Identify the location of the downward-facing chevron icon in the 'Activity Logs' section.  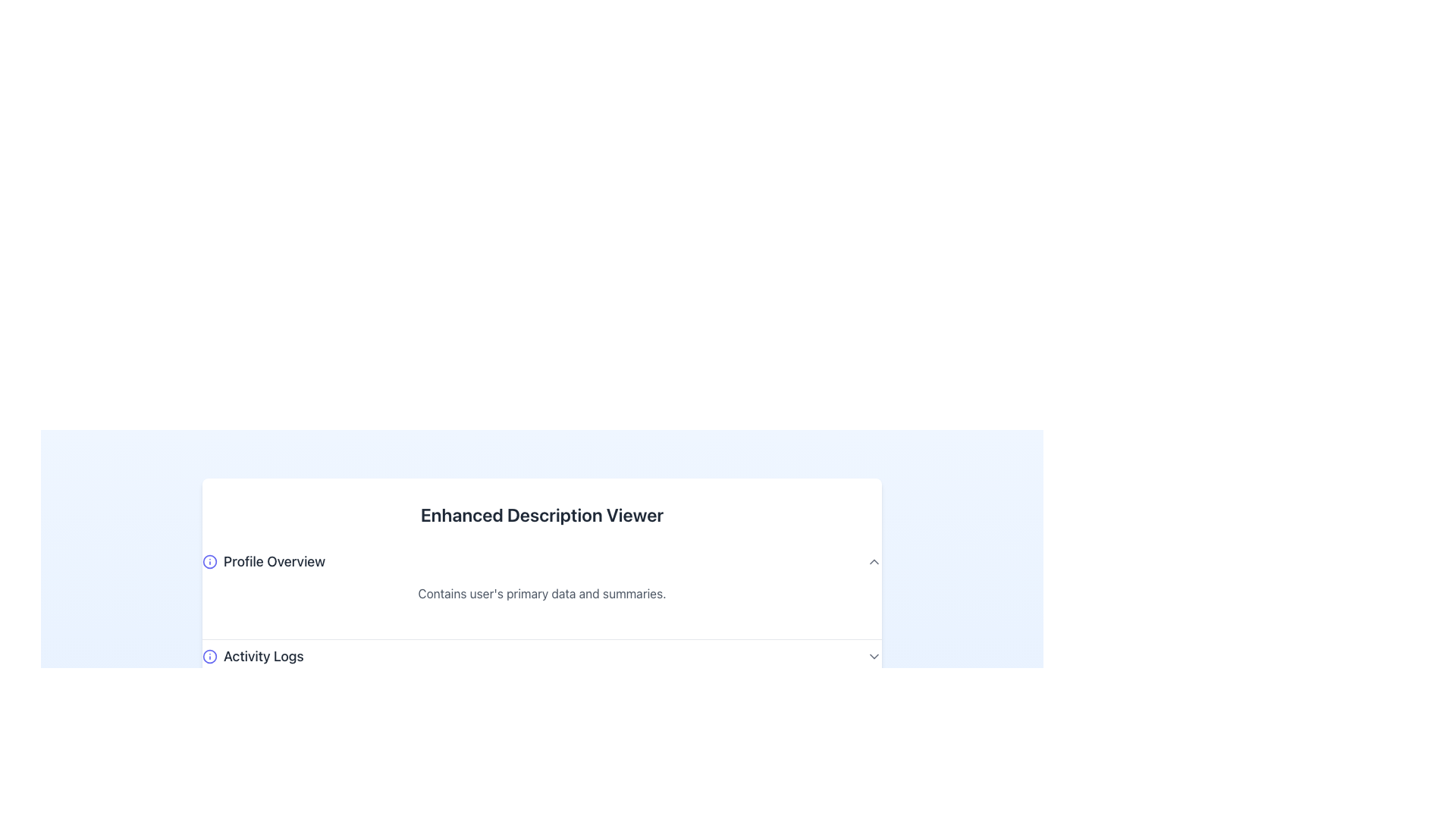
(874, 656).